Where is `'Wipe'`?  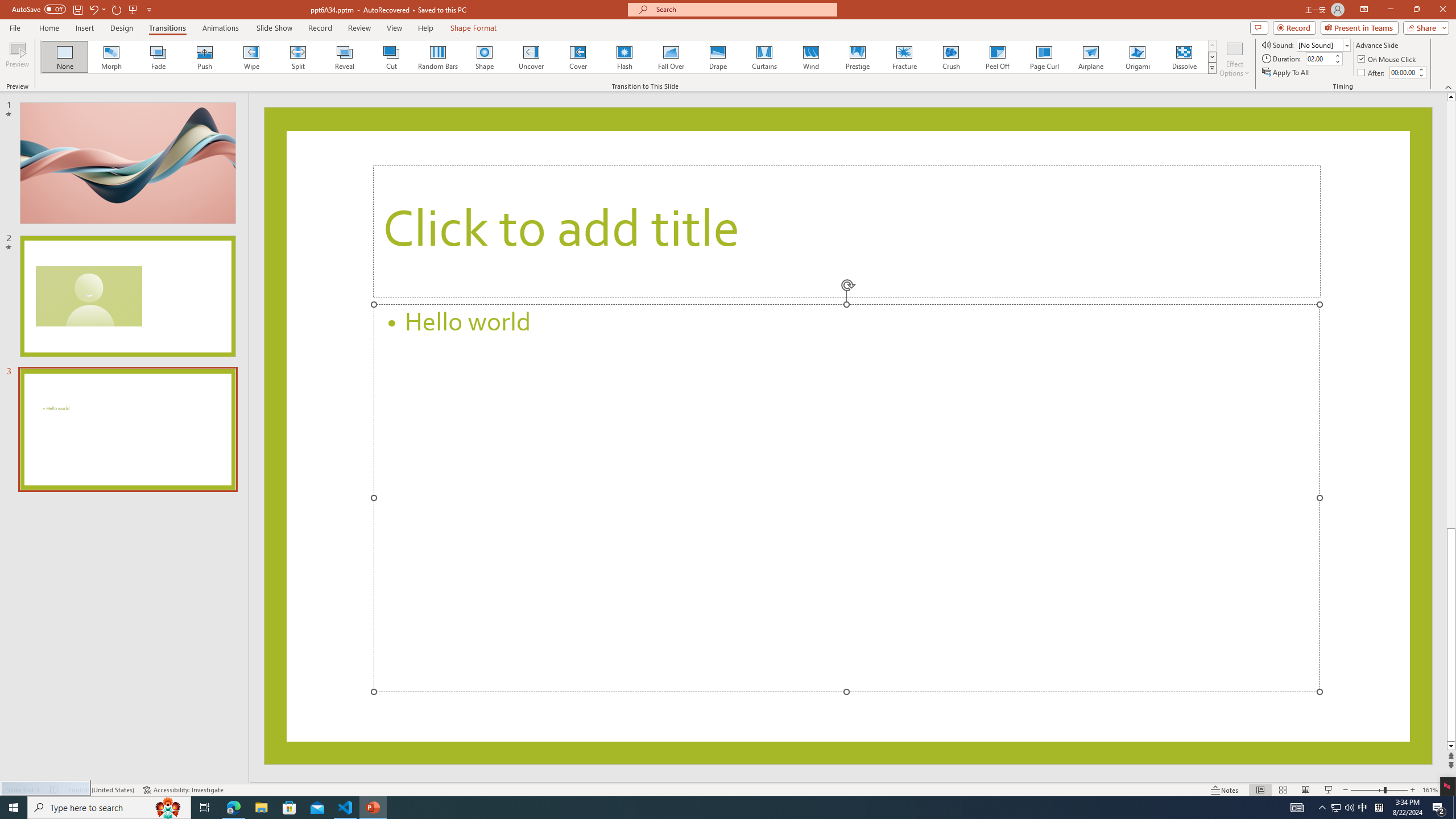
'Wipe' is located at coordinates (251, 56).